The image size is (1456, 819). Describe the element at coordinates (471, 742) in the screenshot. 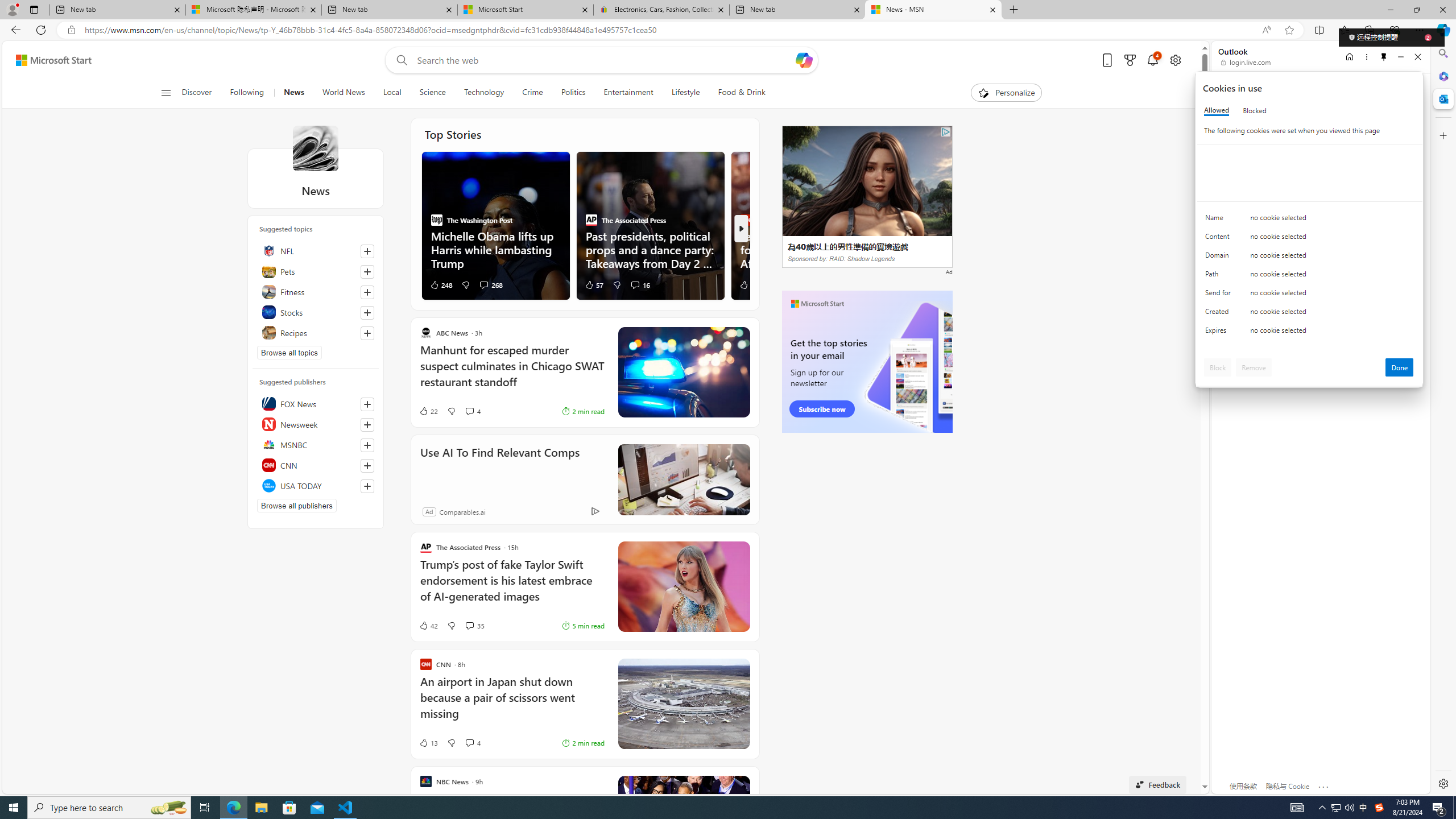

I see `'View comments 4 Comment'` at that location.